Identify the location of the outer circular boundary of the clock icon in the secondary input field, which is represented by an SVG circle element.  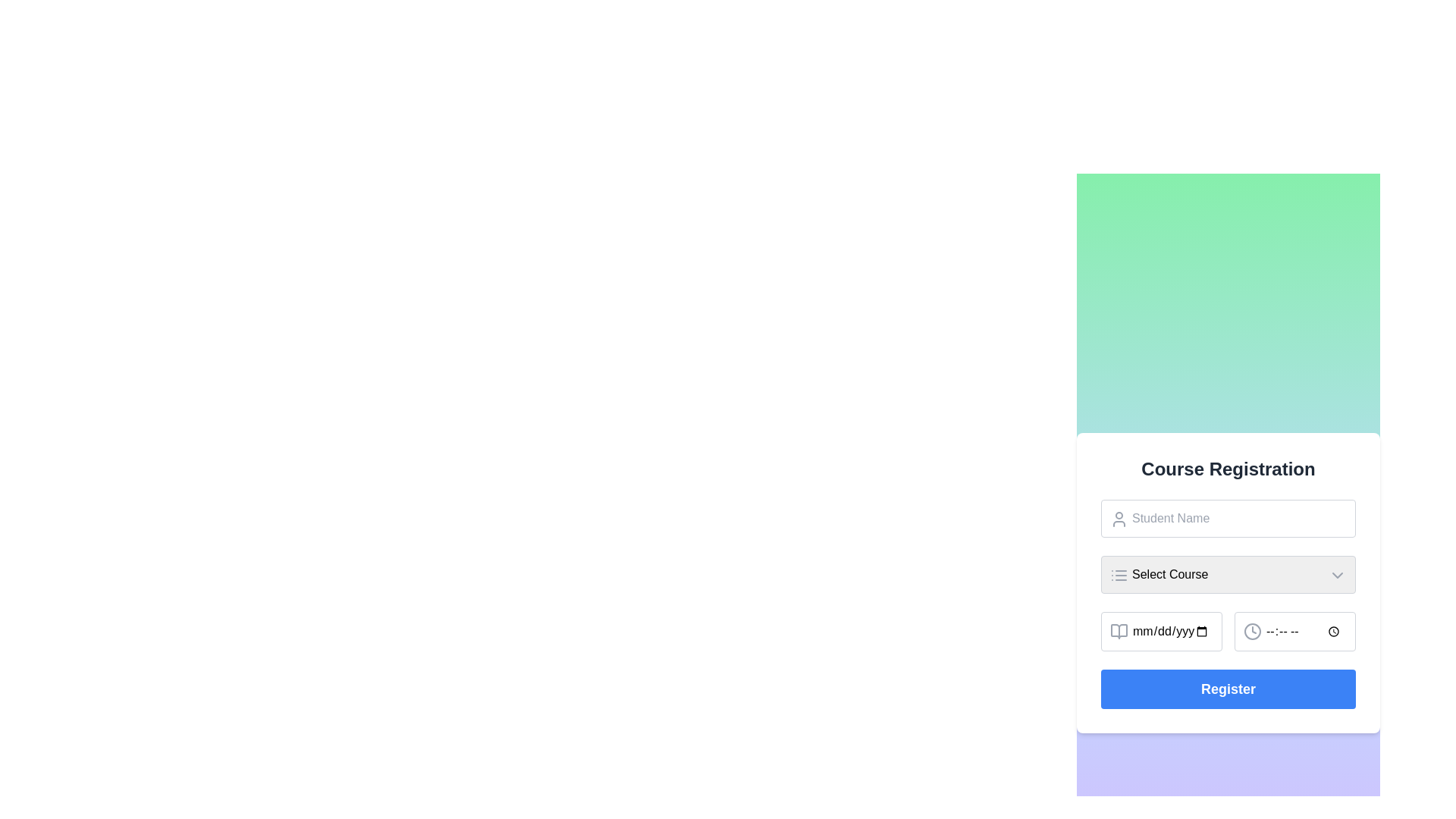
(1252, 632).